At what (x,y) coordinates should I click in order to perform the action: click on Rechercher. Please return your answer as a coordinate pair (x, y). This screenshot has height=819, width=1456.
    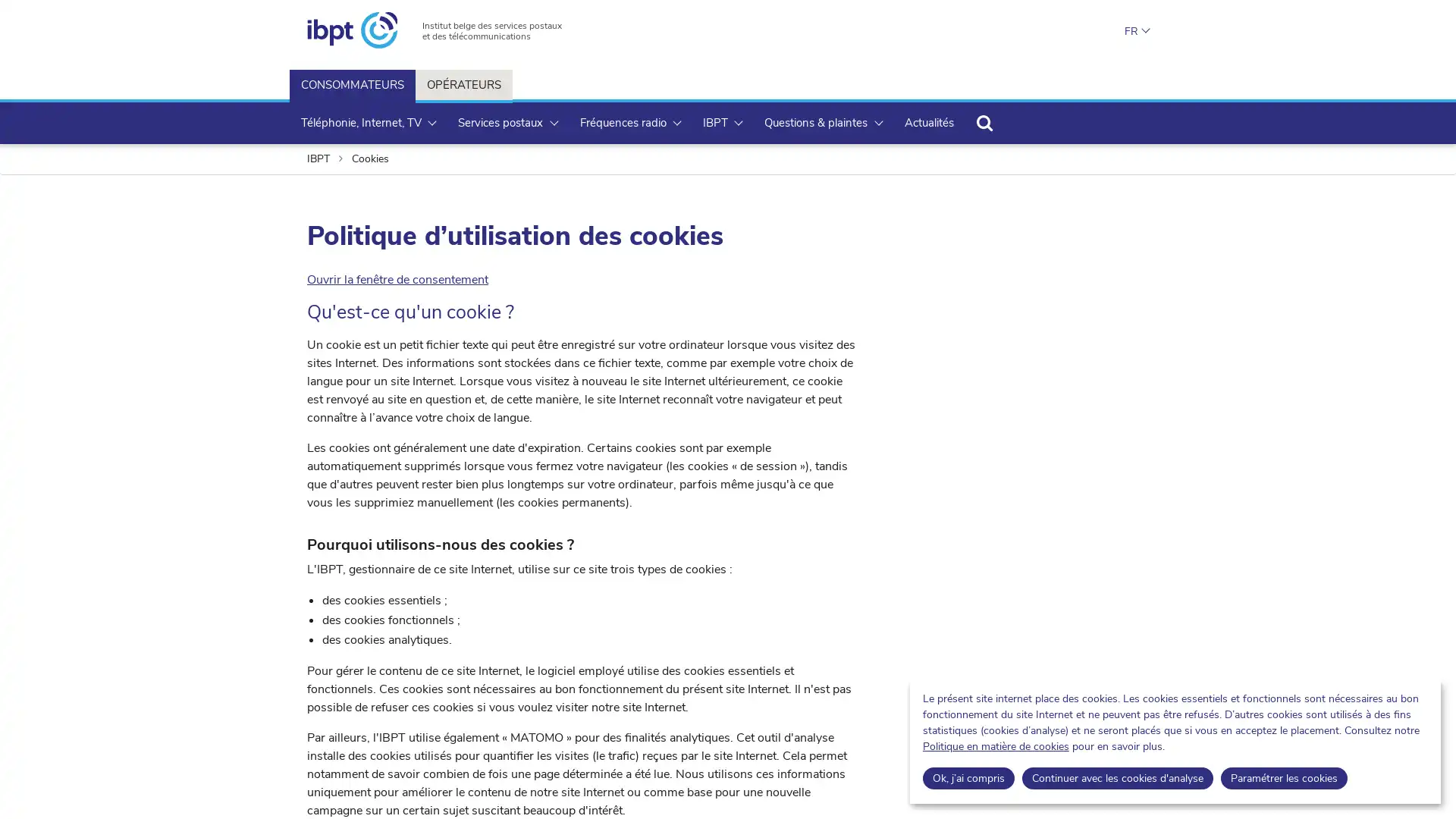
    Looking at the image, I should click on (985, 122).